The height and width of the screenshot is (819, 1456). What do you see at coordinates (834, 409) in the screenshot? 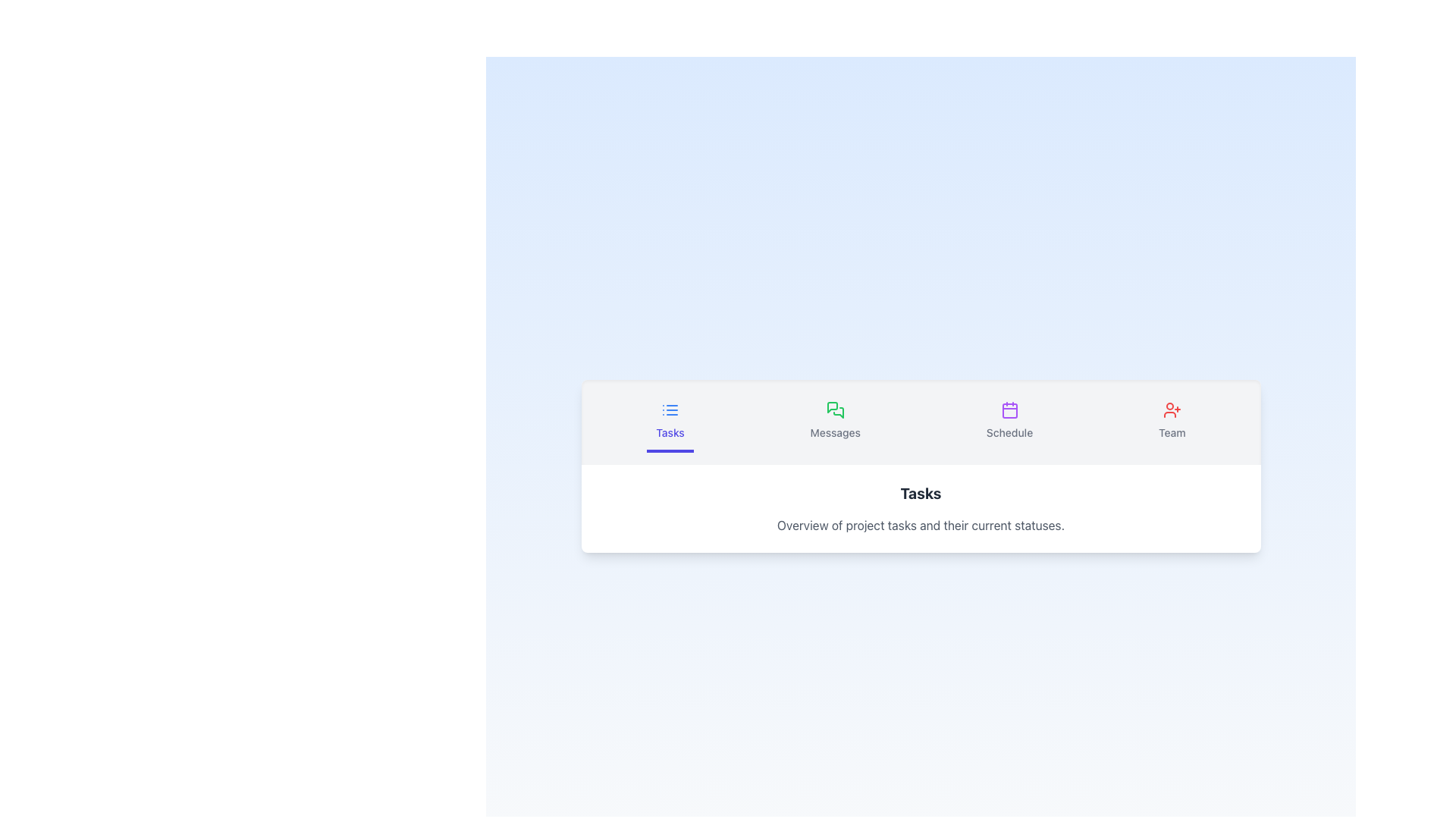
I see `the messages icon, which is represented by two overlapping green speech bubbles and is located above the text label 'Messages' in the menu bar` at bounding box center [834, 409].